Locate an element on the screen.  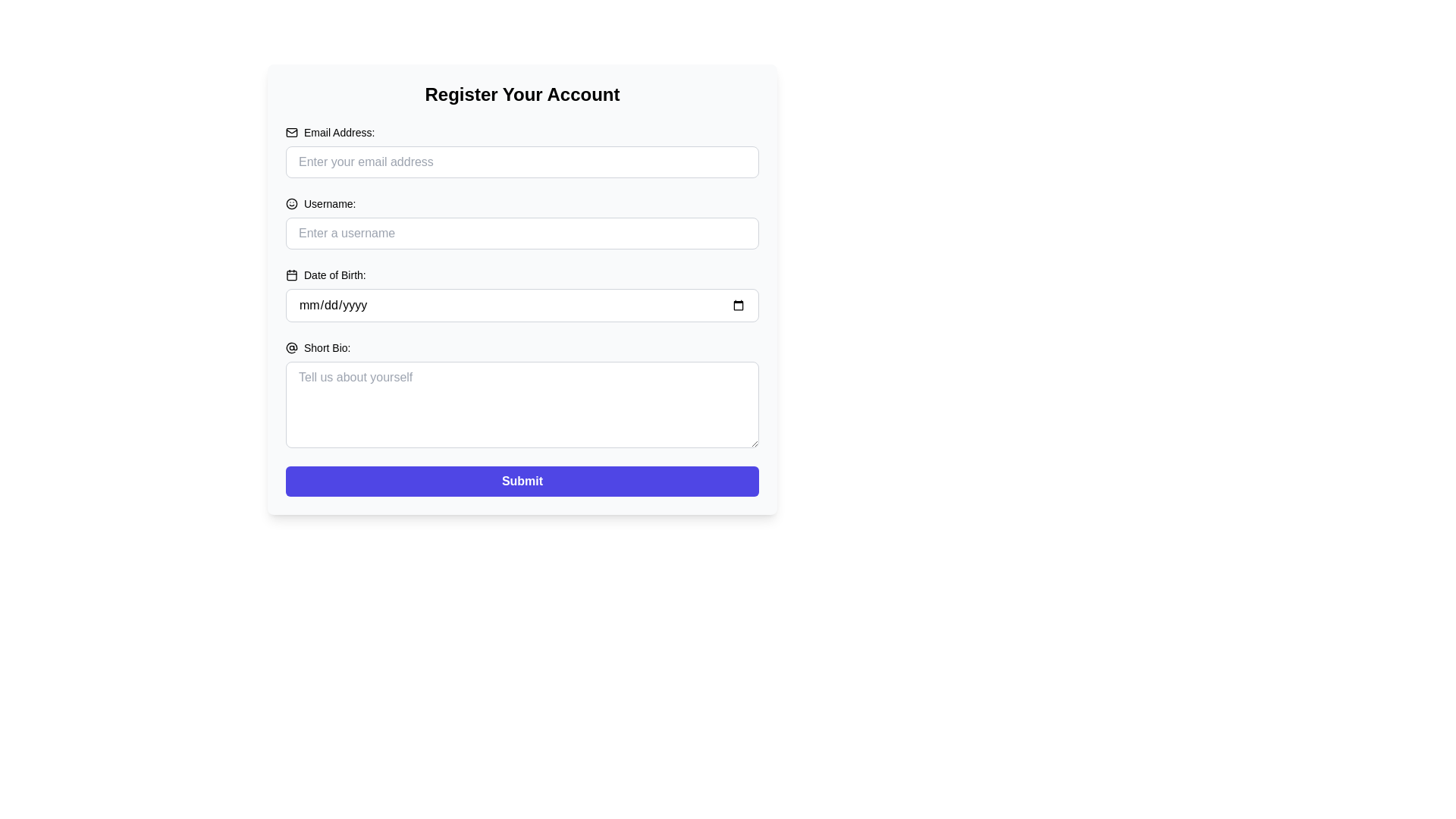
the date picker icon located to the left of the 'Date of Birth' text input field is located at coordinates (291, 275).